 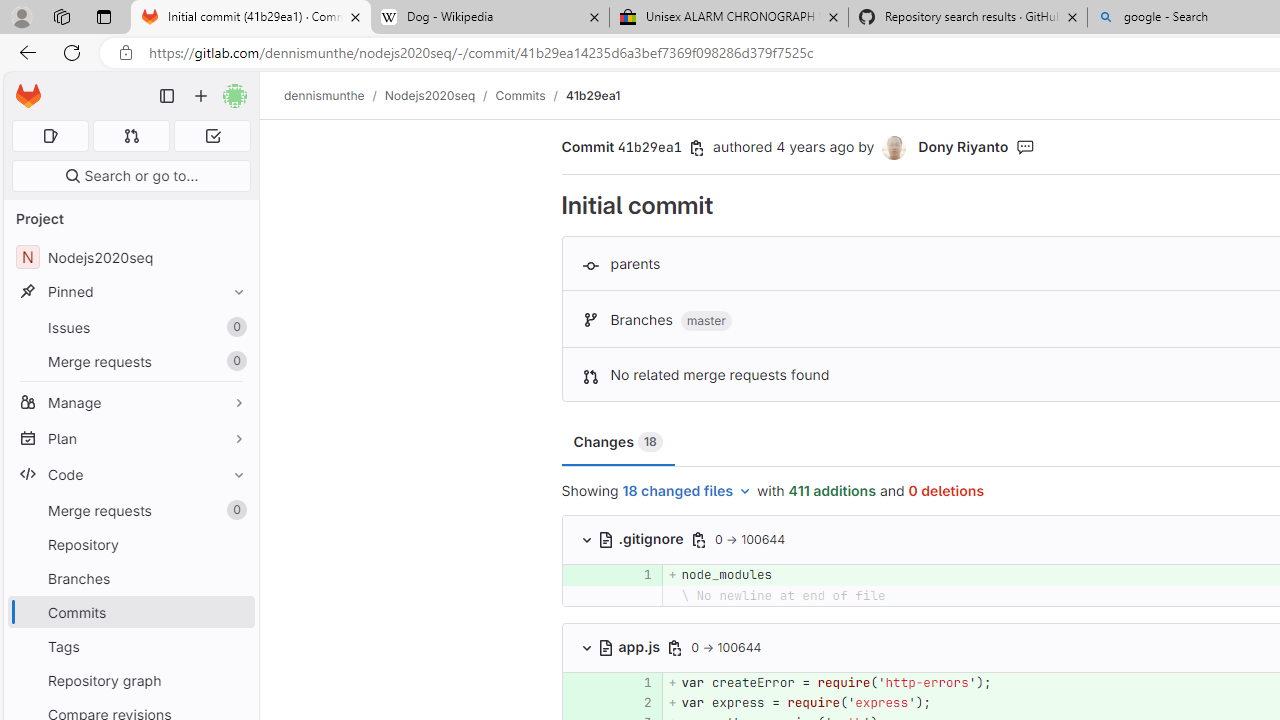 I want to click on 'NNodejs2020seq', so click(x=130, y=256).